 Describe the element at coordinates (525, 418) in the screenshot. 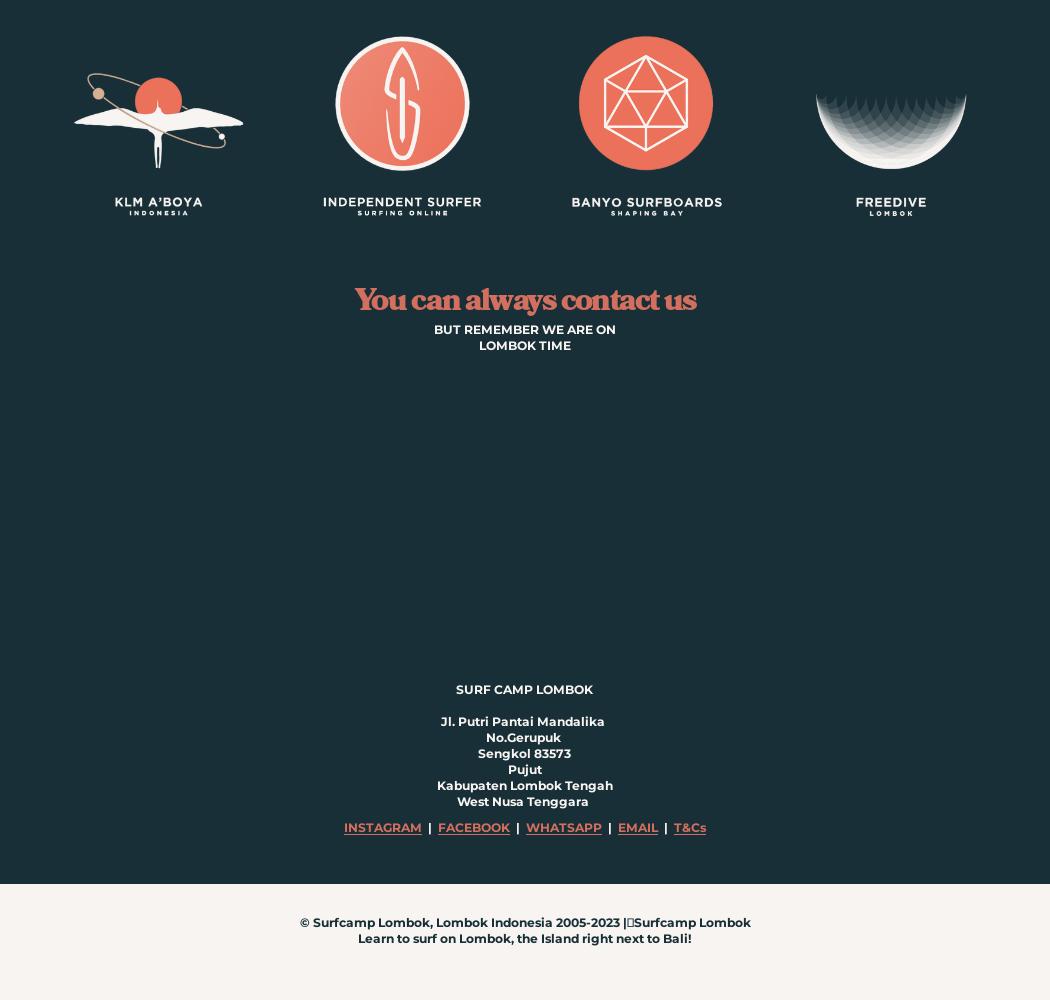

I see `'FAQ'` at that location.